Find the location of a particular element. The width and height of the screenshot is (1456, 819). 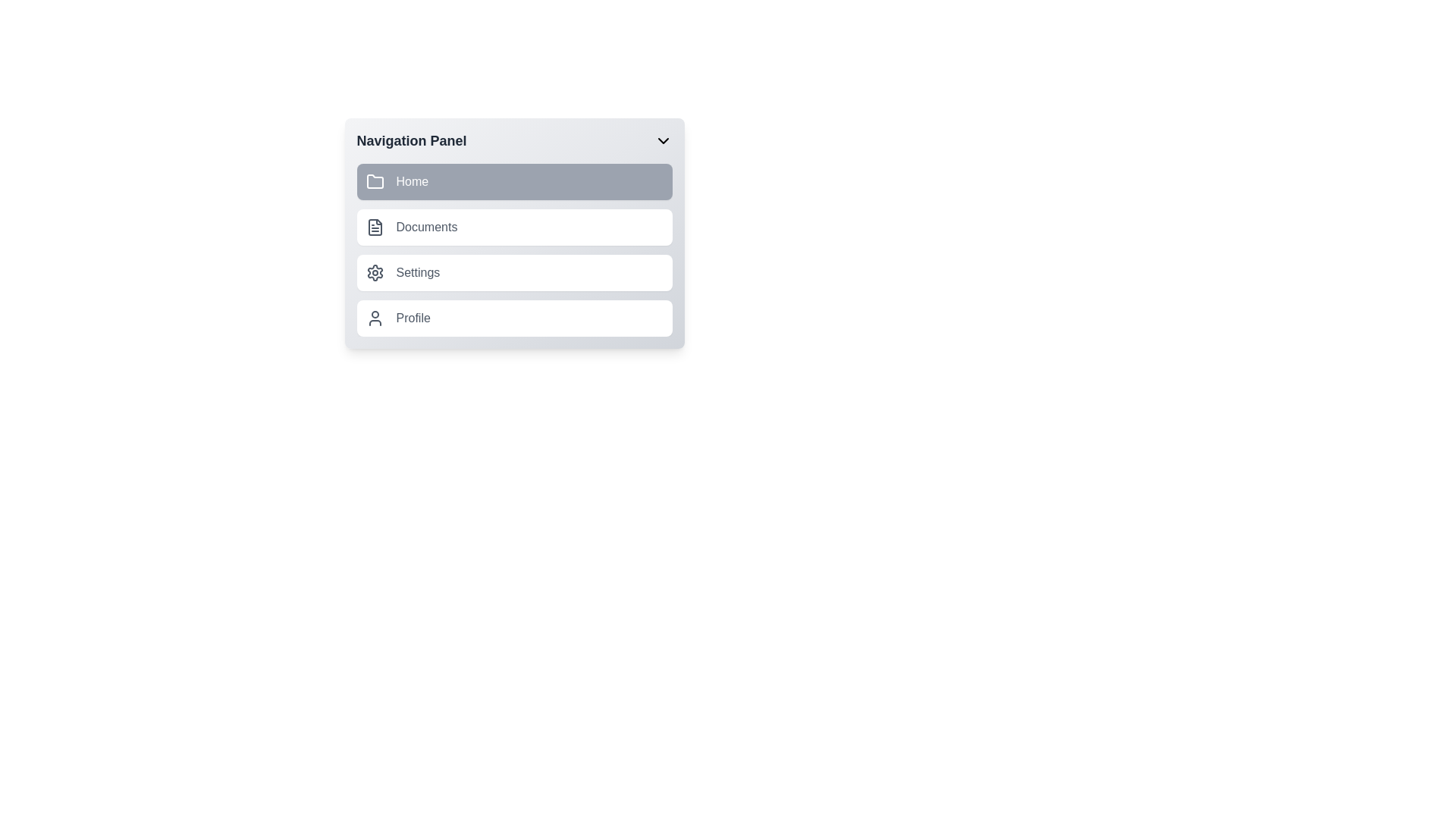

text label indicating the user's profile section located within the navigation menu panel, specifically to the right of the user icon and below the Settings menu item is located at coordinates (413, 318).